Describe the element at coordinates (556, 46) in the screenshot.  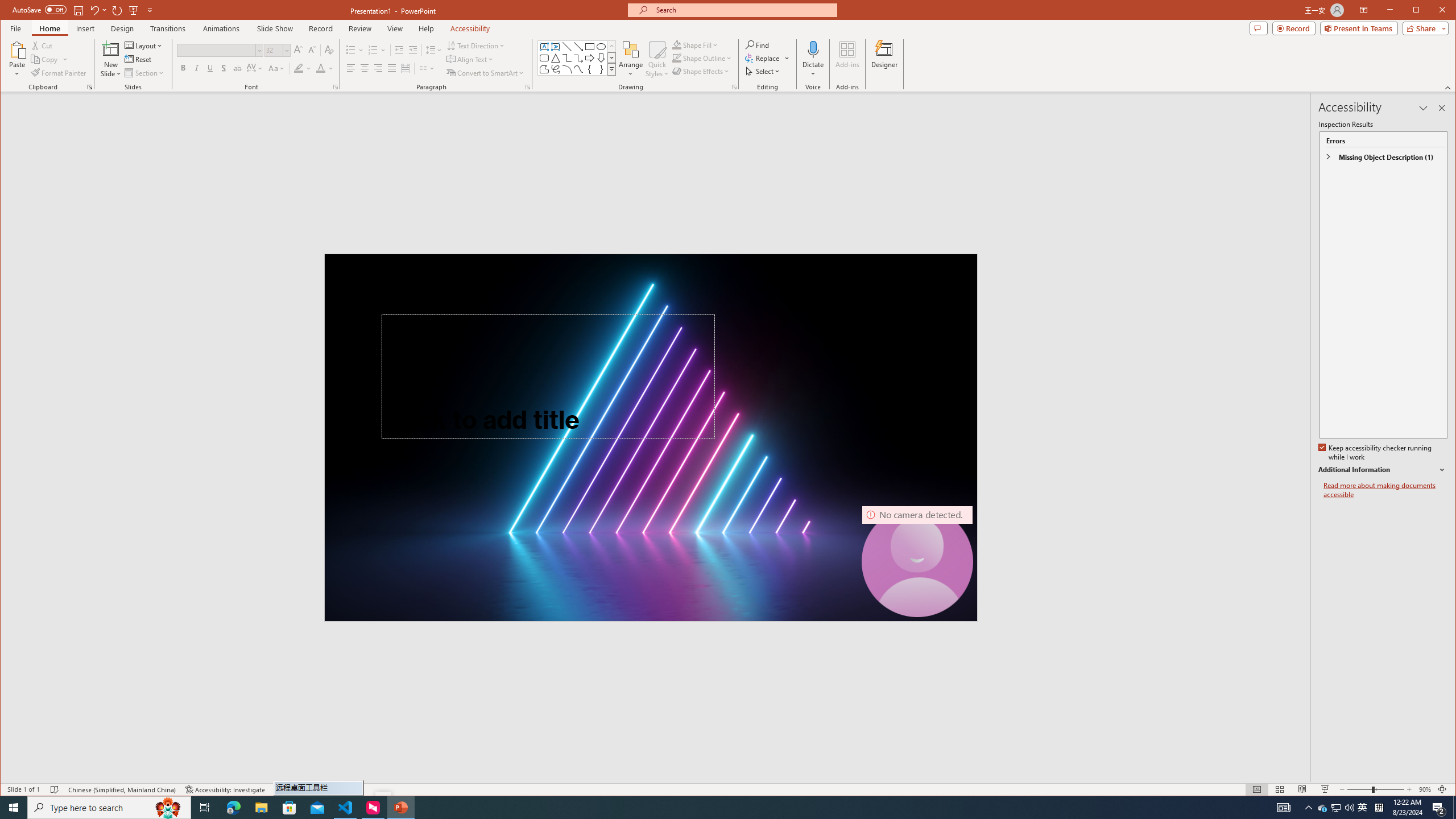
I see `'Vertical Text Box'` at that location.